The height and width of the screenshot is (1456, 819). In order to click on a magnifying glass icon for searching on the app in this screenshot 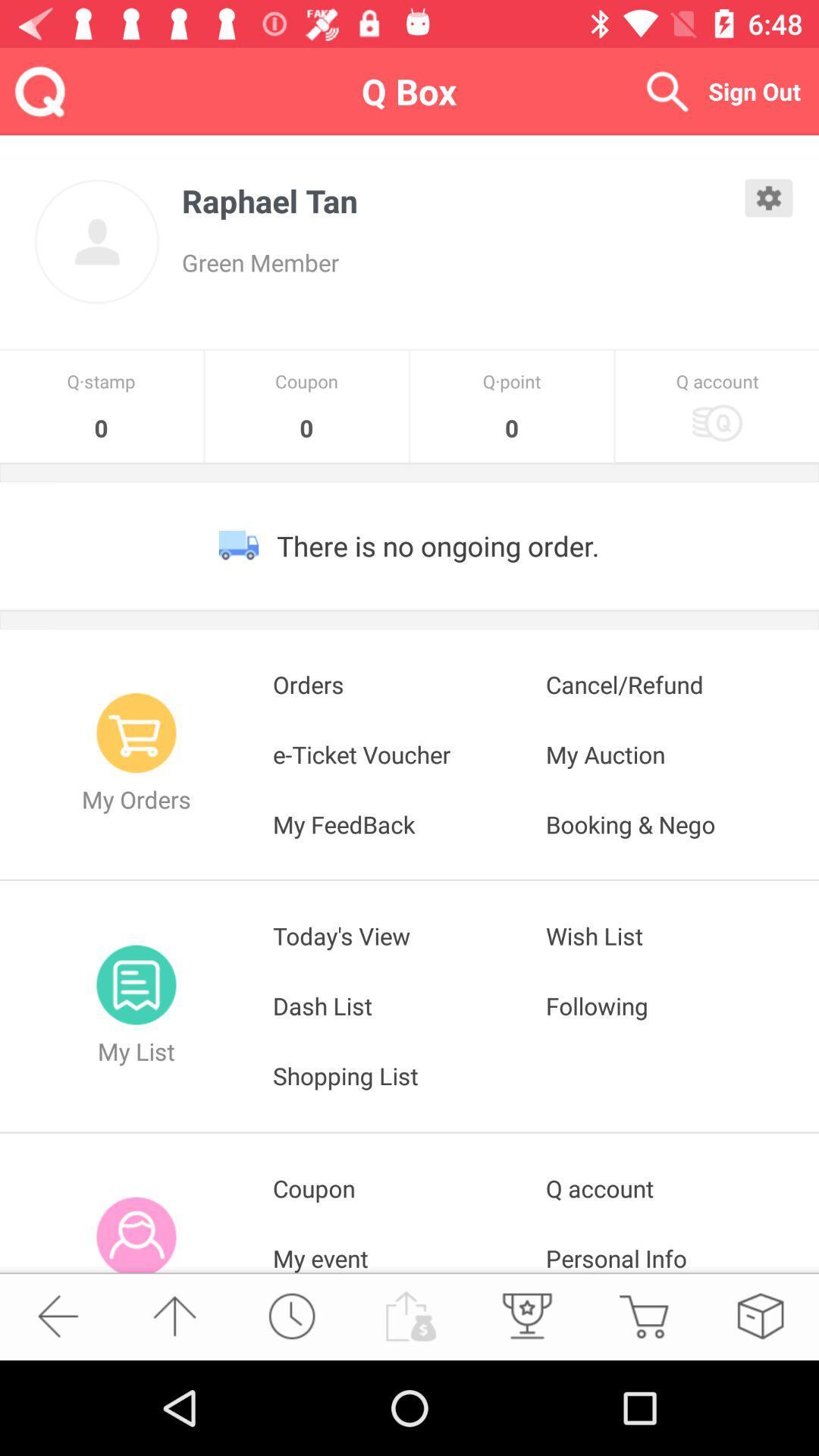, I will do `click(666, 90)`.